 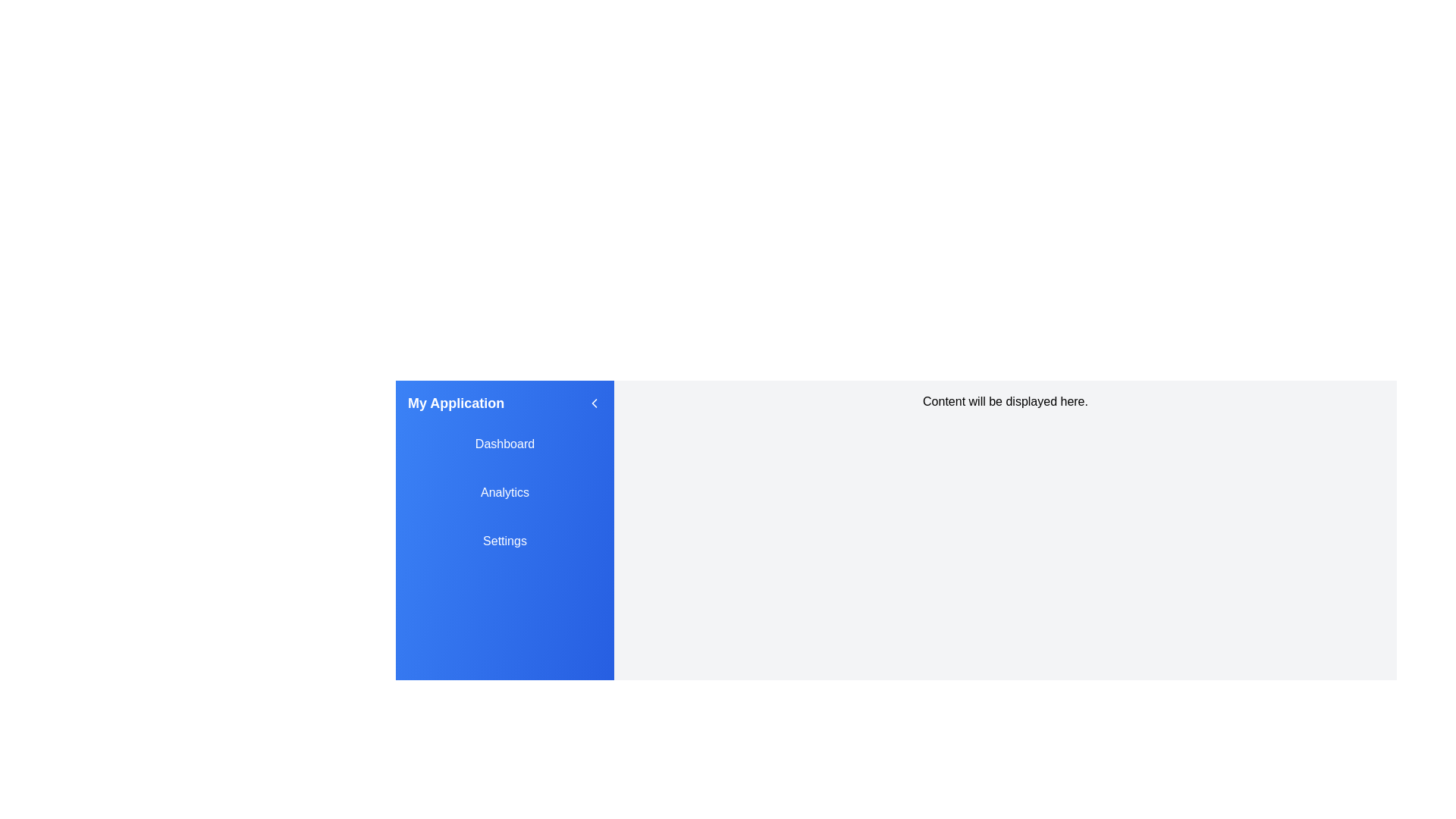 I want to click on button with the left chevron icon to close the drawer, so click(x=593, y=403).